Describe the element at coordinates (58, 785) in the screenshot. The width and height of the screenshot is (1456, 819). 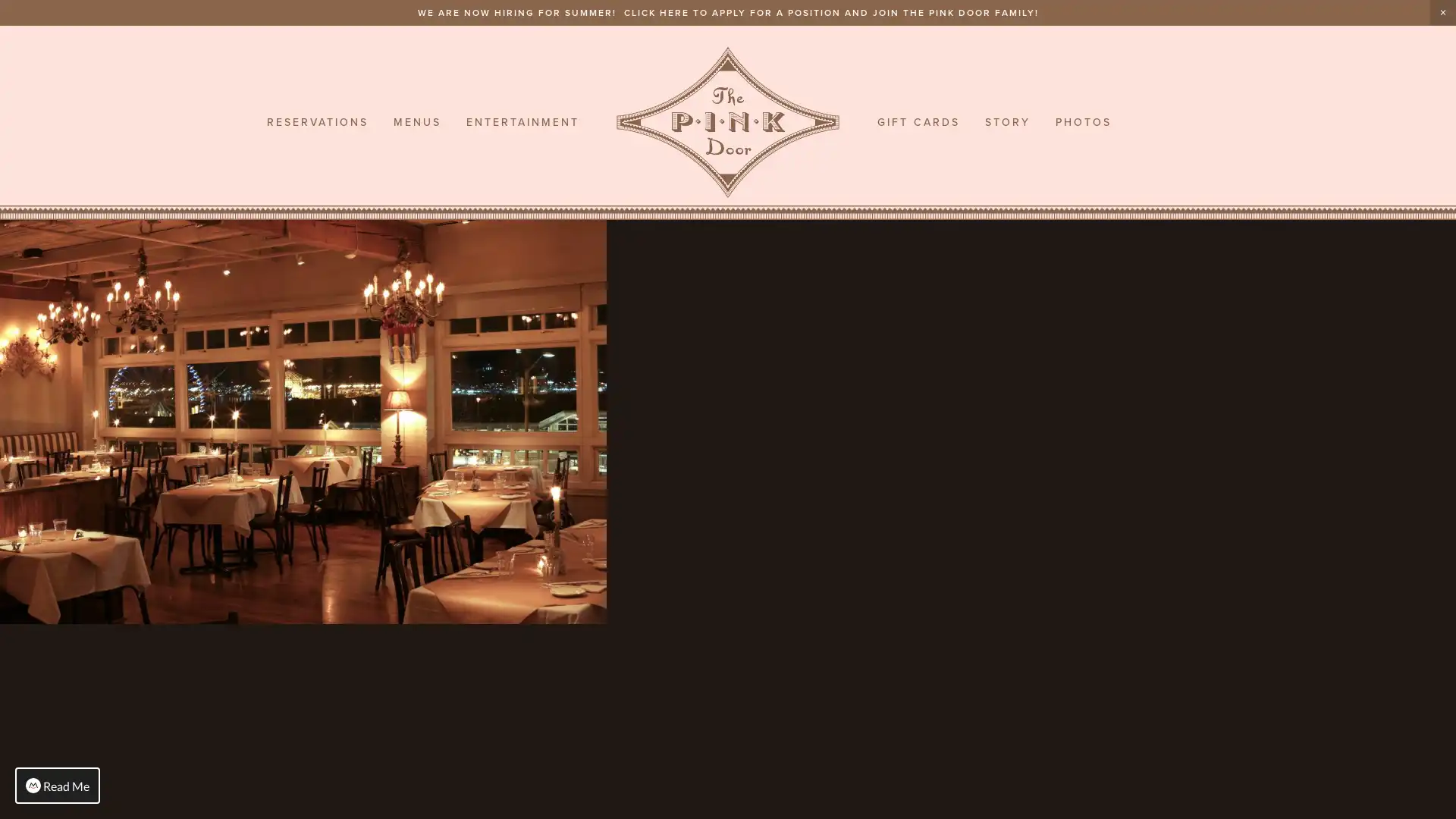
I see `Read Me` at that location.